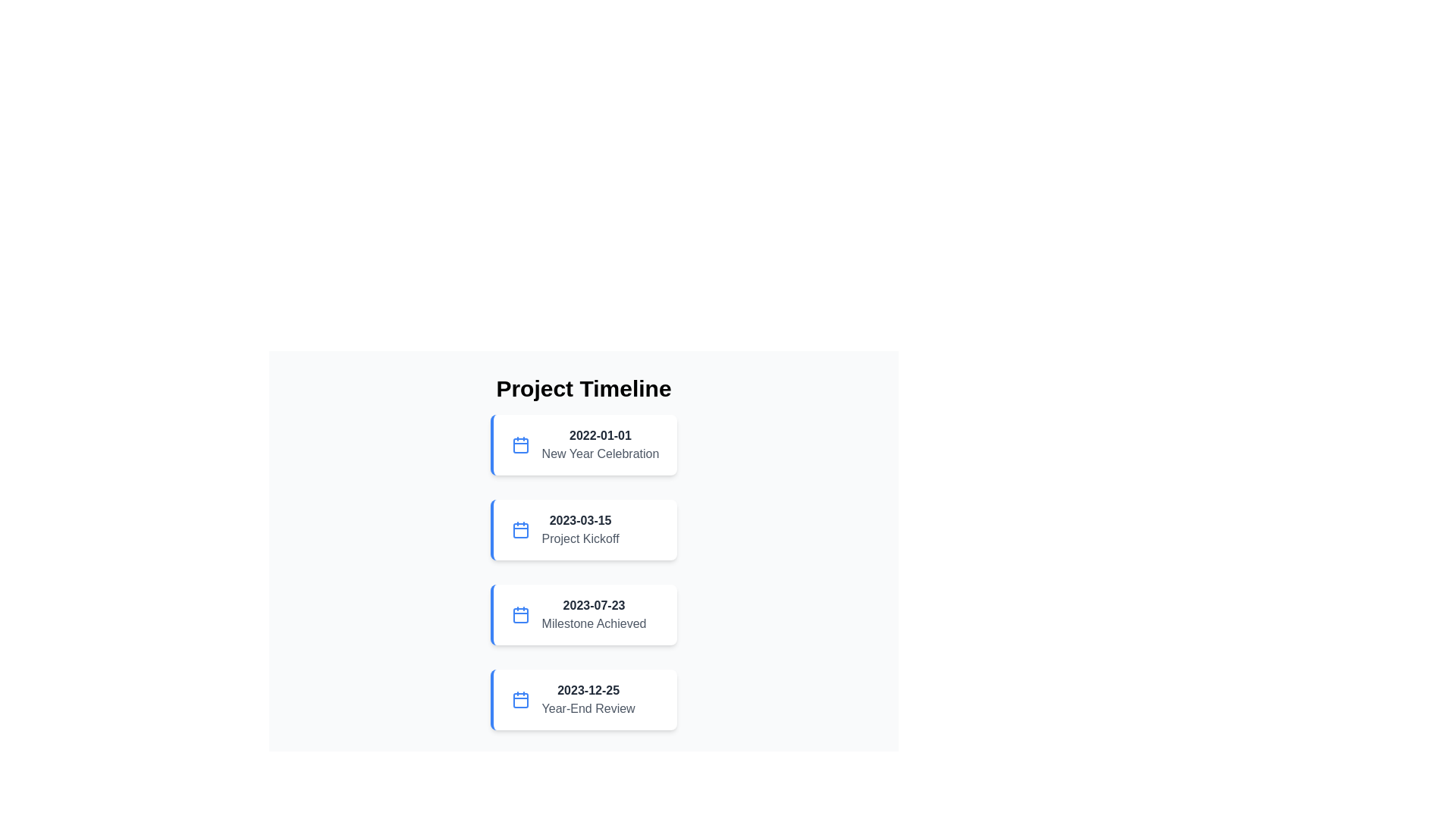  Describe the element at coordinates (588, 690) in the screenshot. I see `the Text Display showing the date '2023-12-25'` at that location.